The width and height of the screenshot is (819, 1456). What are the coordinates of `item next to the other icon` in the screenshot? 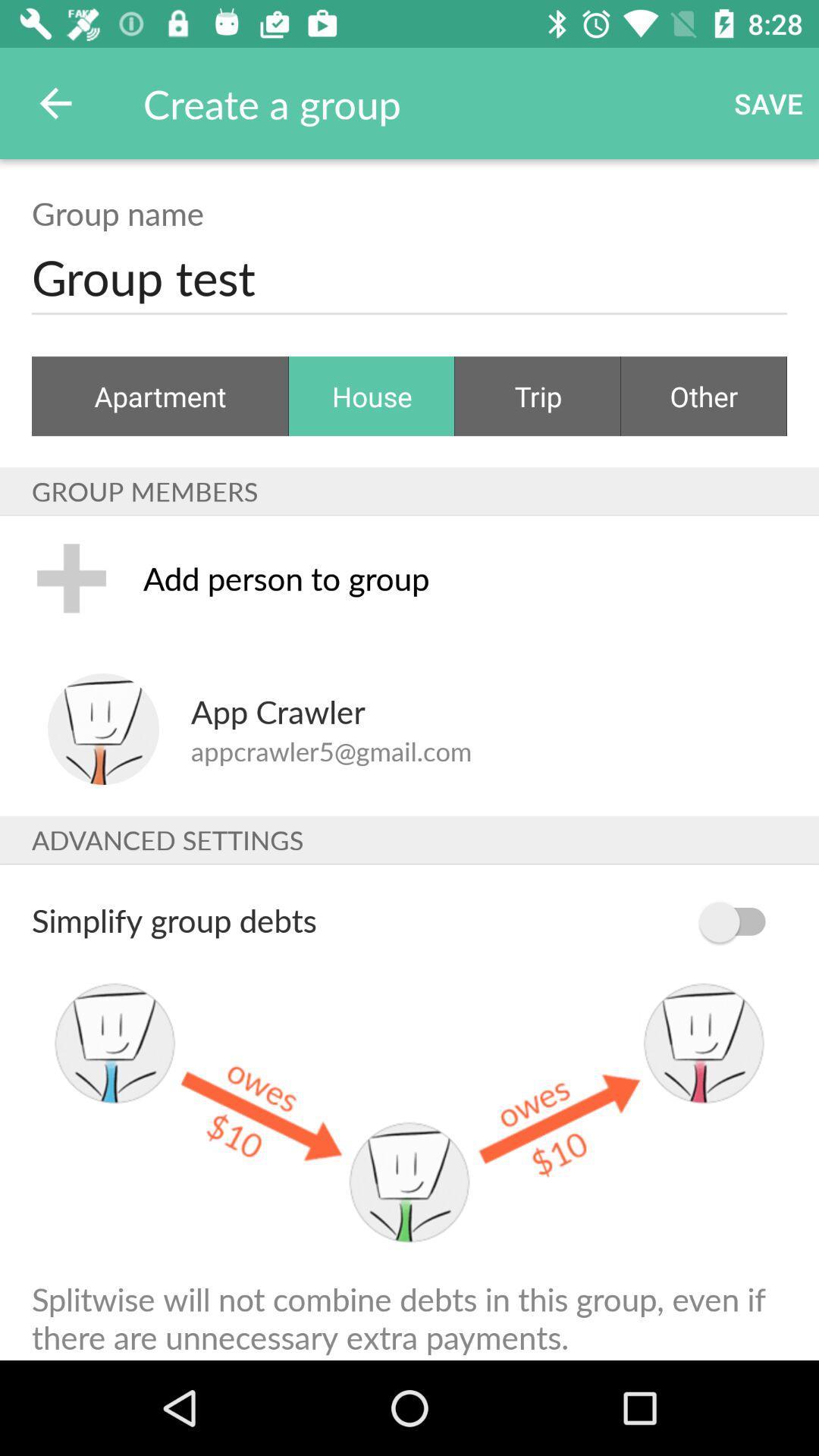 It's located at (537, 396).